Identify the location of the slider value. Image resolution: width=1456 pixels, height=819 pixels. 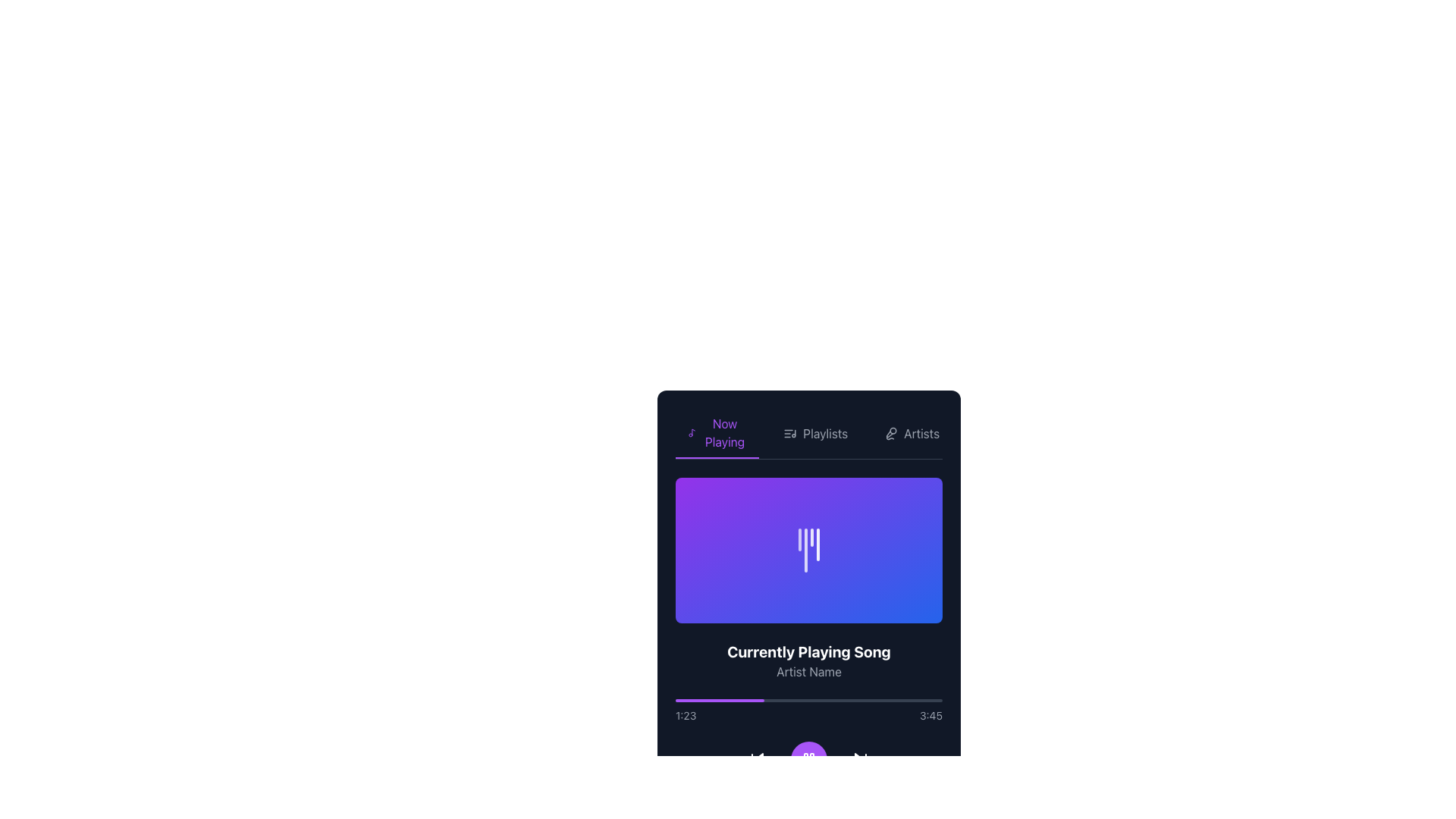
(791, 803).